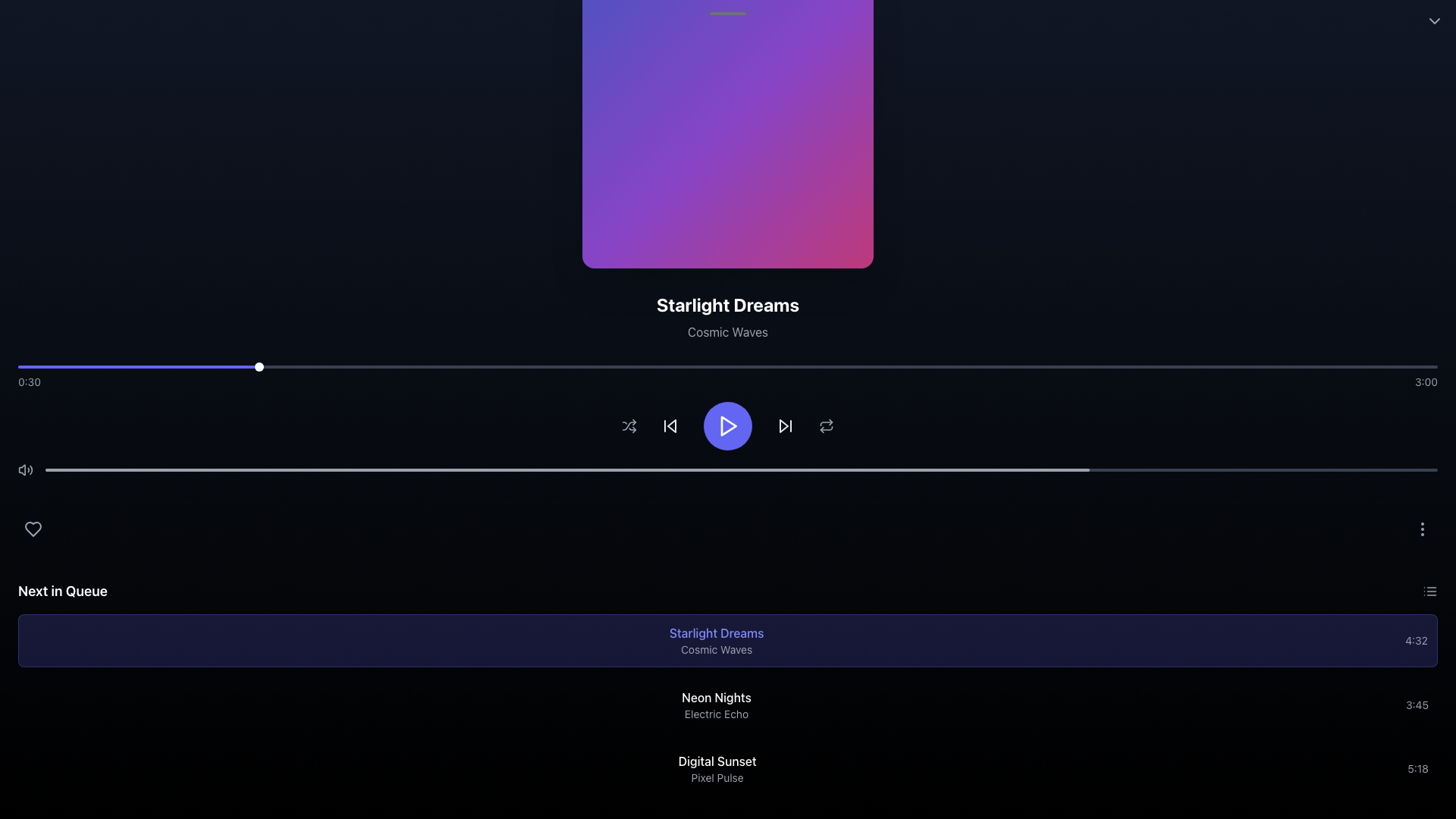 This screenshot has width=1456, height=819. Describe the element at coordinates (783, 426) in the screenshot. I see `the triangular arrow icon pointing to the right, which is part of the control section below the song cover` at that location.